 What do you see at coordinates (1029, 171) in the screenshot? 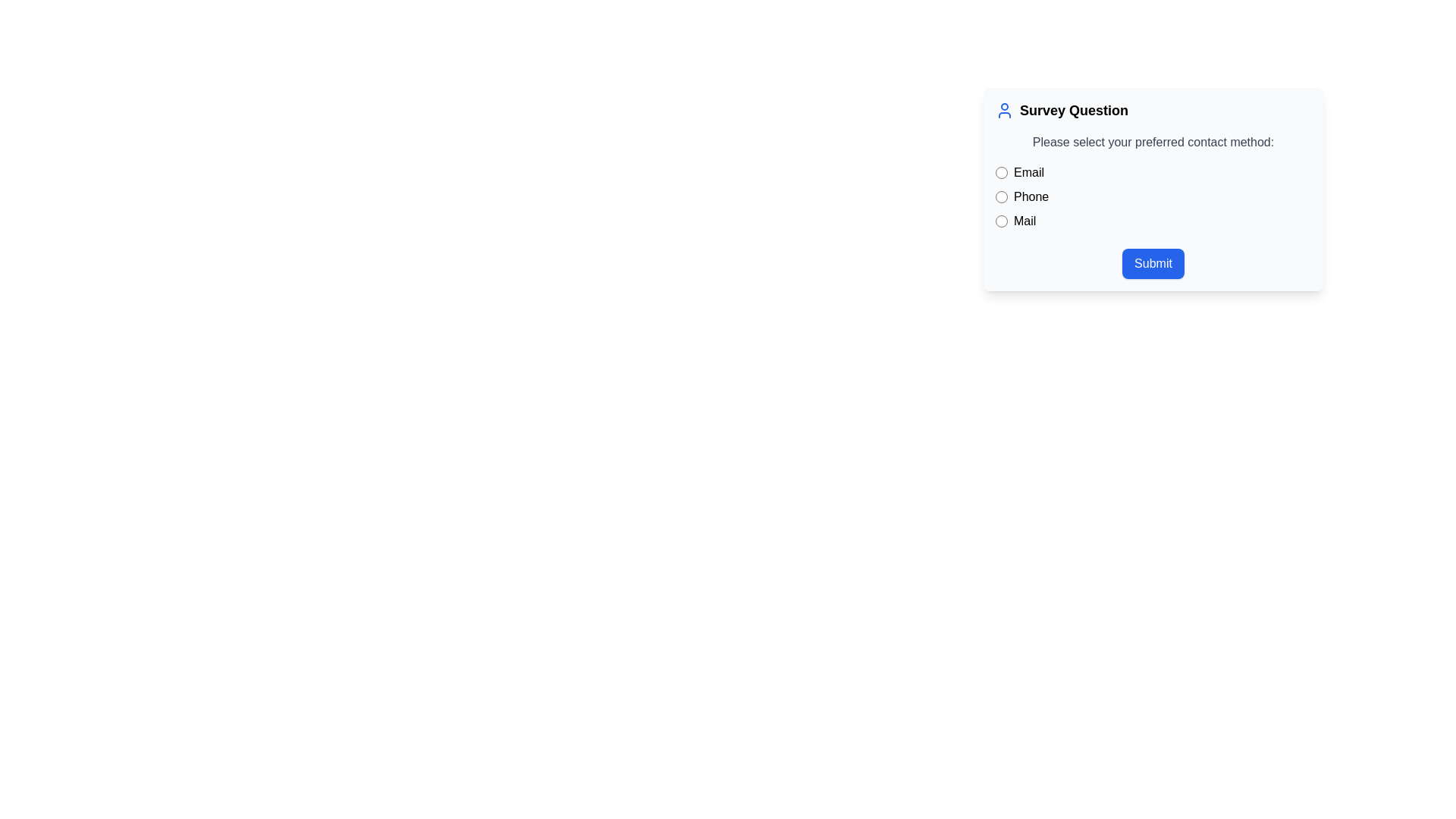
I see `the adjacent radio button by interacting with the 'Email' label` at bounding box center [1029, 171].